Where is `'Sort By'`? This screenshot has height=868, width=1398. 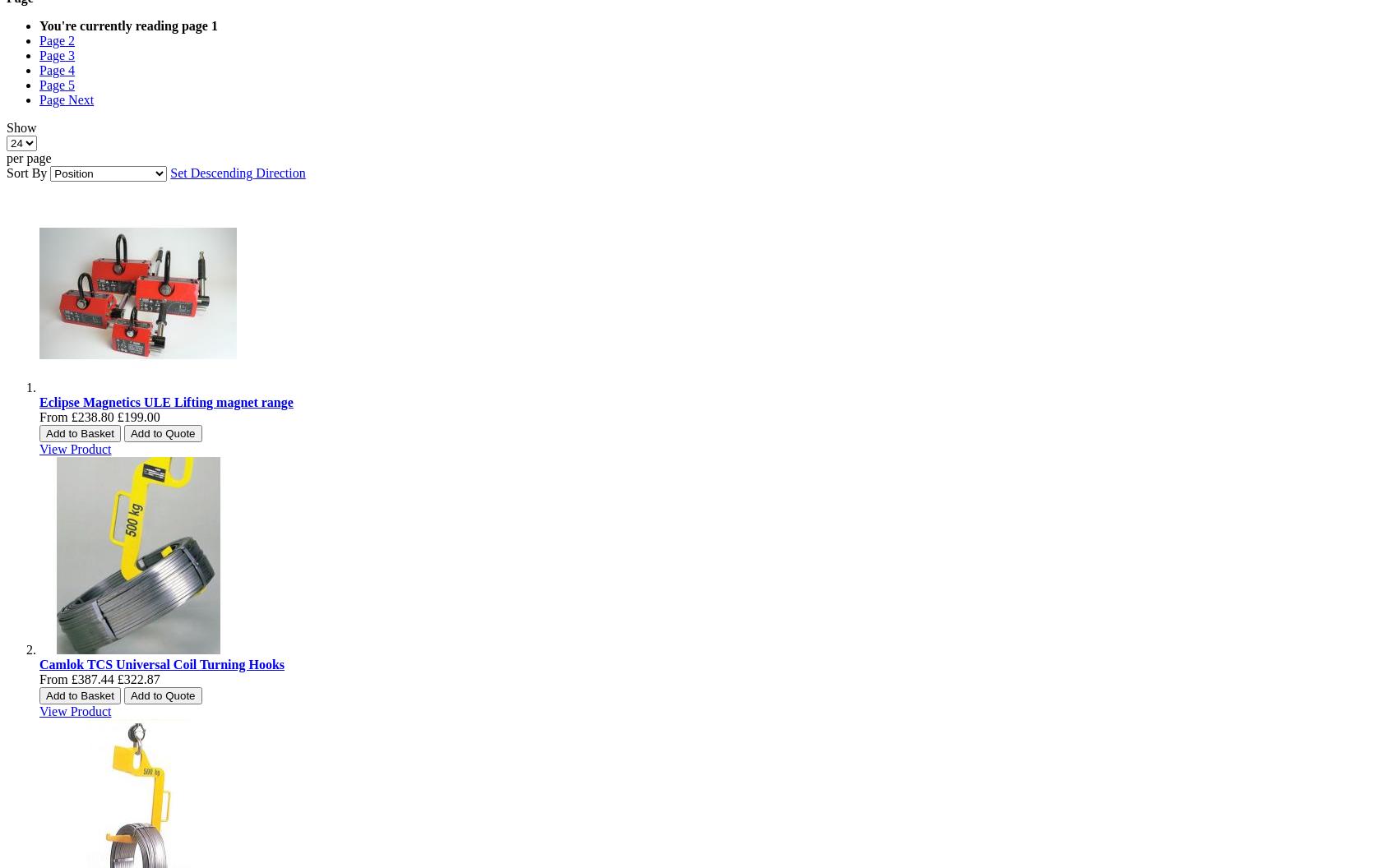 'Sort By' is located at coordinates (26, 172).